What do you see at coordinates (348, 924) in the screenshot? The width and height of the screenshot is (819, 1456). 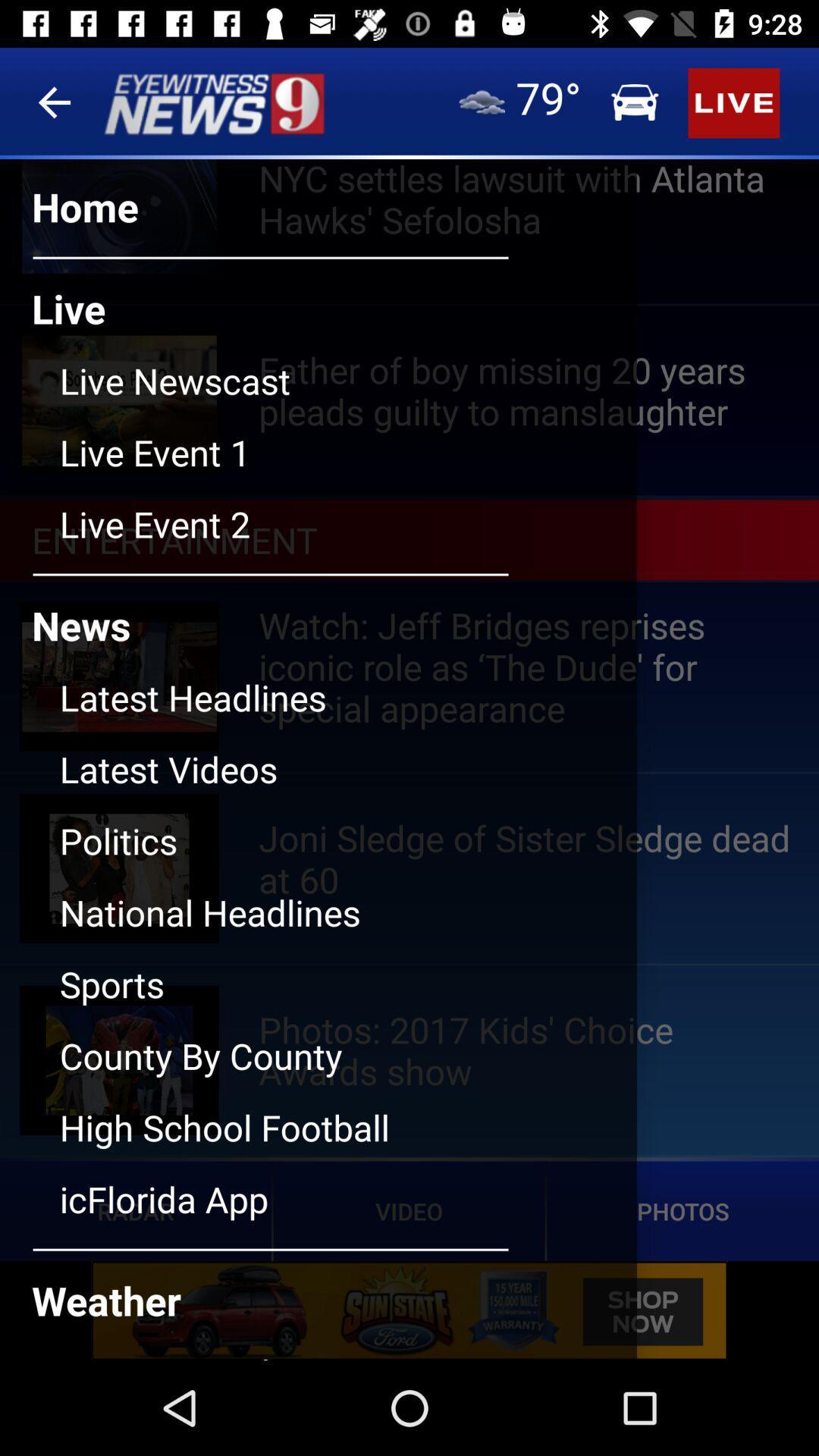 I see `the fourth option under news` at bounding box center [348, 924].